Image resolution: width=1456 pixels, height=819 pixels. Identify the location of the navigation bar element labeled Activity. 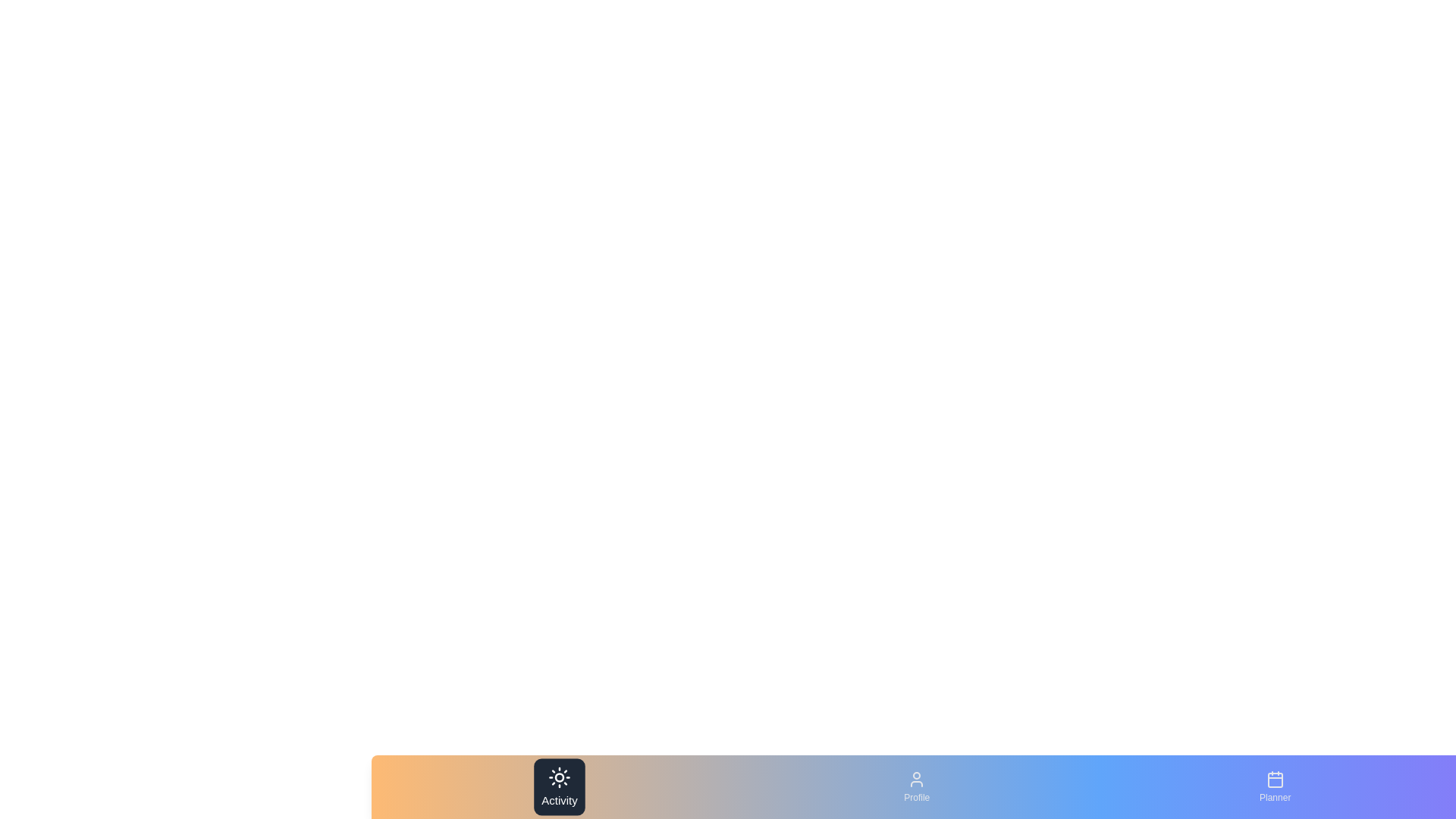
(559, 786).